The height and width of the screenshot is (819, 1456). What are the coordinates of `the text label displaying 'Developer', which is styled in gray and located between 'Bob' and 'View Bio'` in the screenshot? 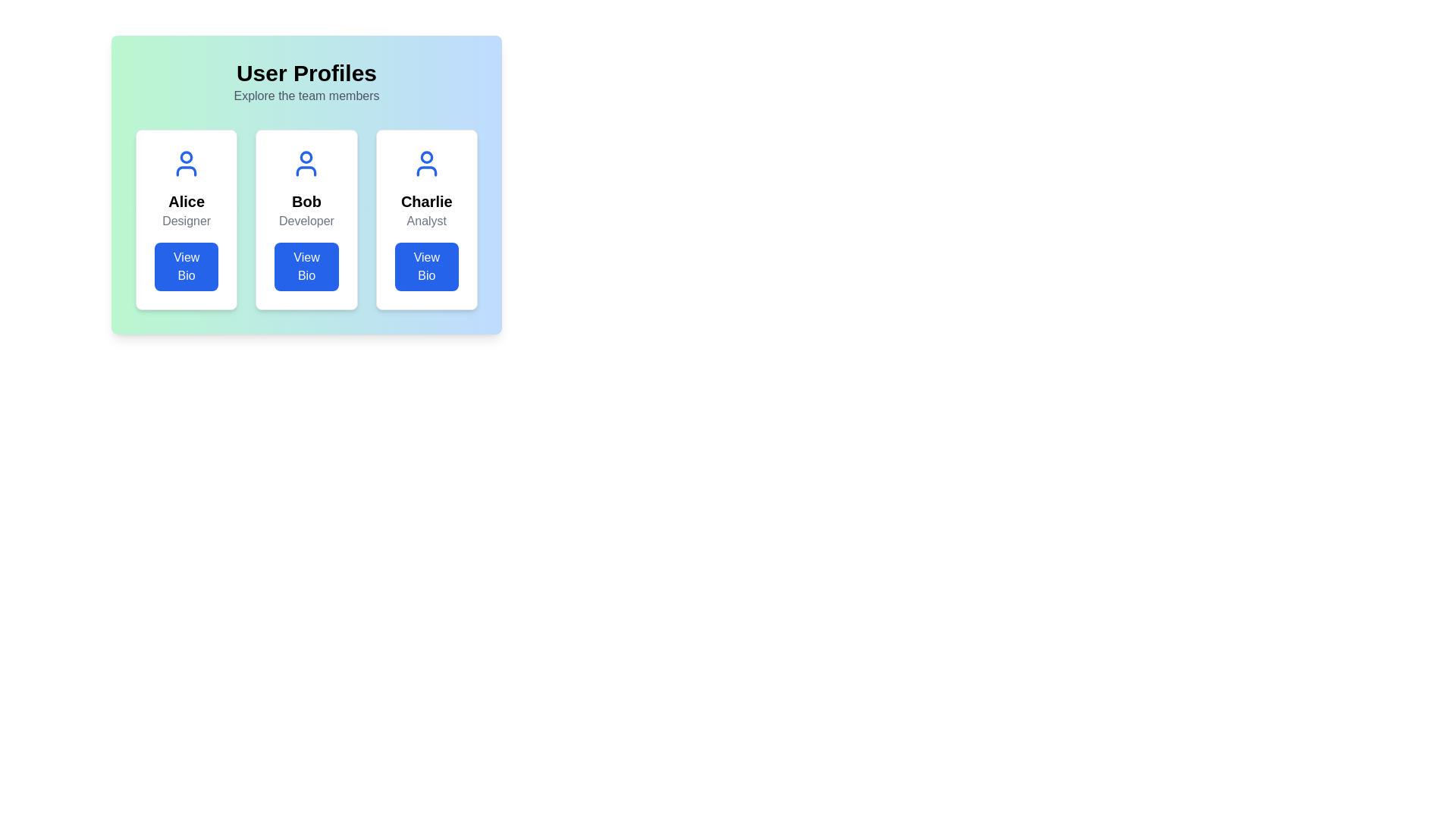 It's located at (306, 221).